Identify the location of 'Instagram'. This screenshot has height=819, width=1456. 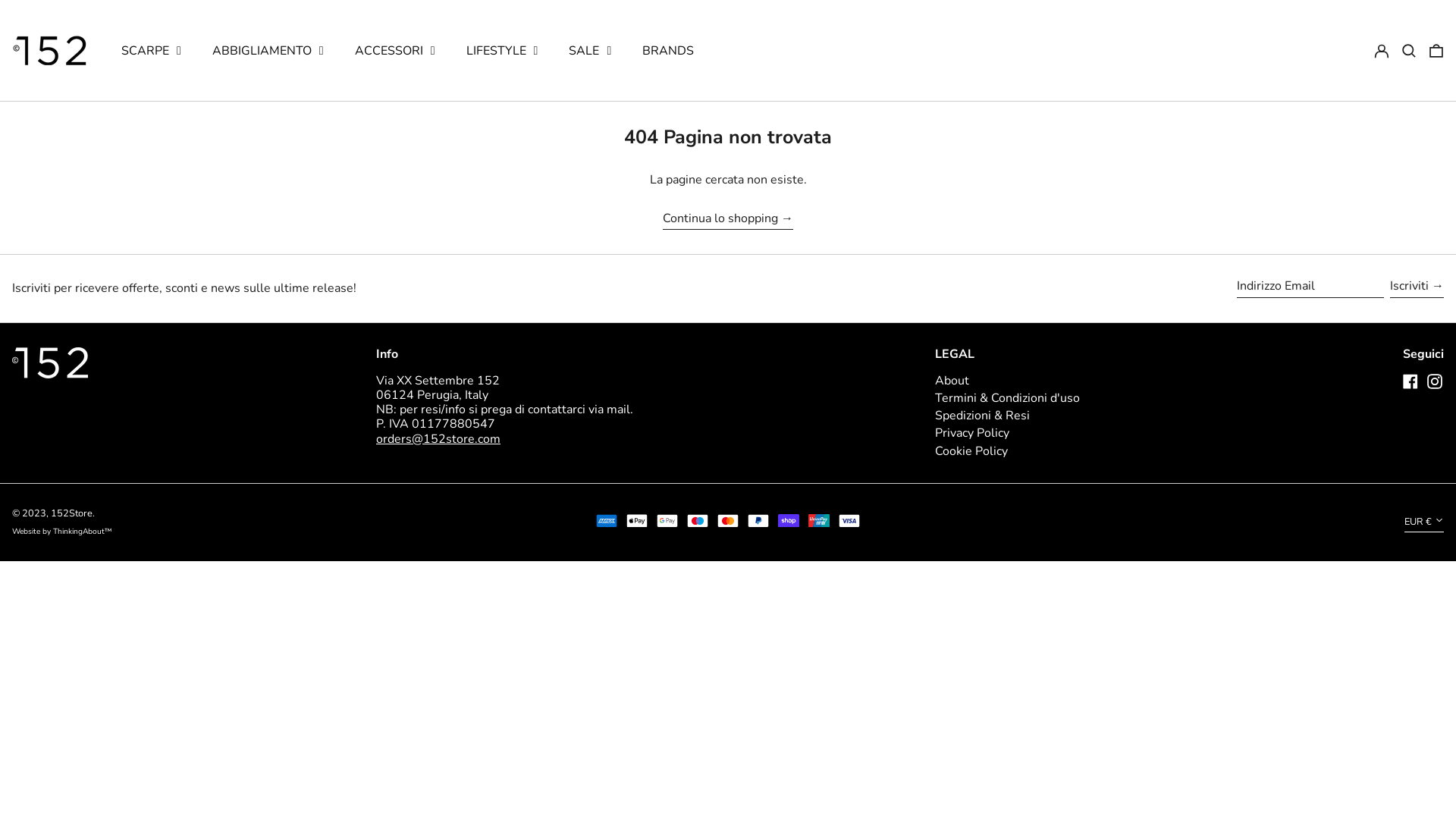
(1433, 384).